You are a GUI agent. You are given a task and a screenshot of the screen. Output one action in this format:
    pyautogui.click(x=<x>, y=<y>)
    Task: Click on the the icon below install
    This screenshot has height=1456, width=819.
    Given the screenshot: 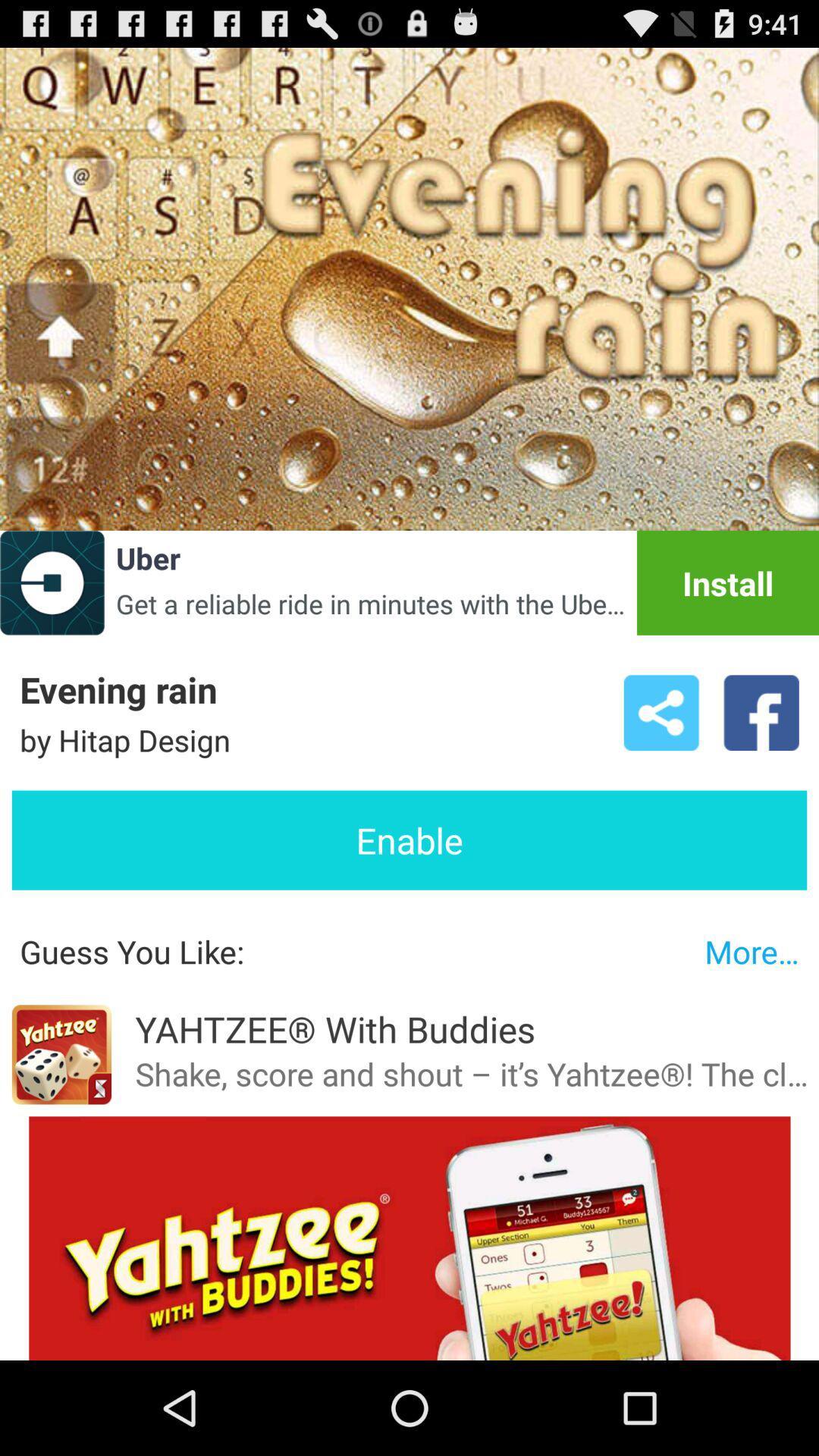 What is the action you would take?
    pyautogui.click(x=661, y=712)
    